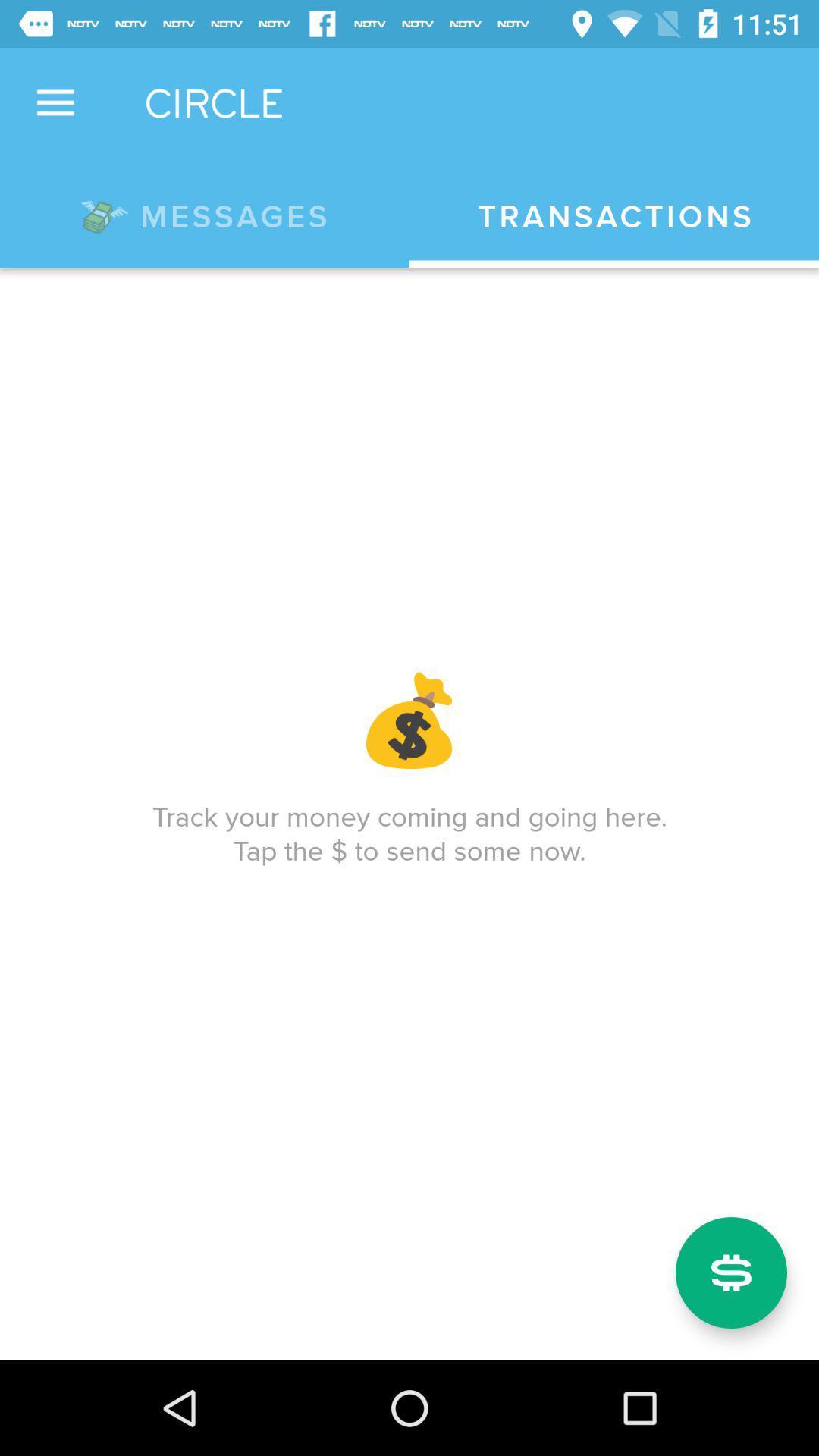 This screenshot has height=1456, width=819. Describe the element at coordinates (730, 1272) in the screenshot. I see `the item at the bottom right corner` at that location.